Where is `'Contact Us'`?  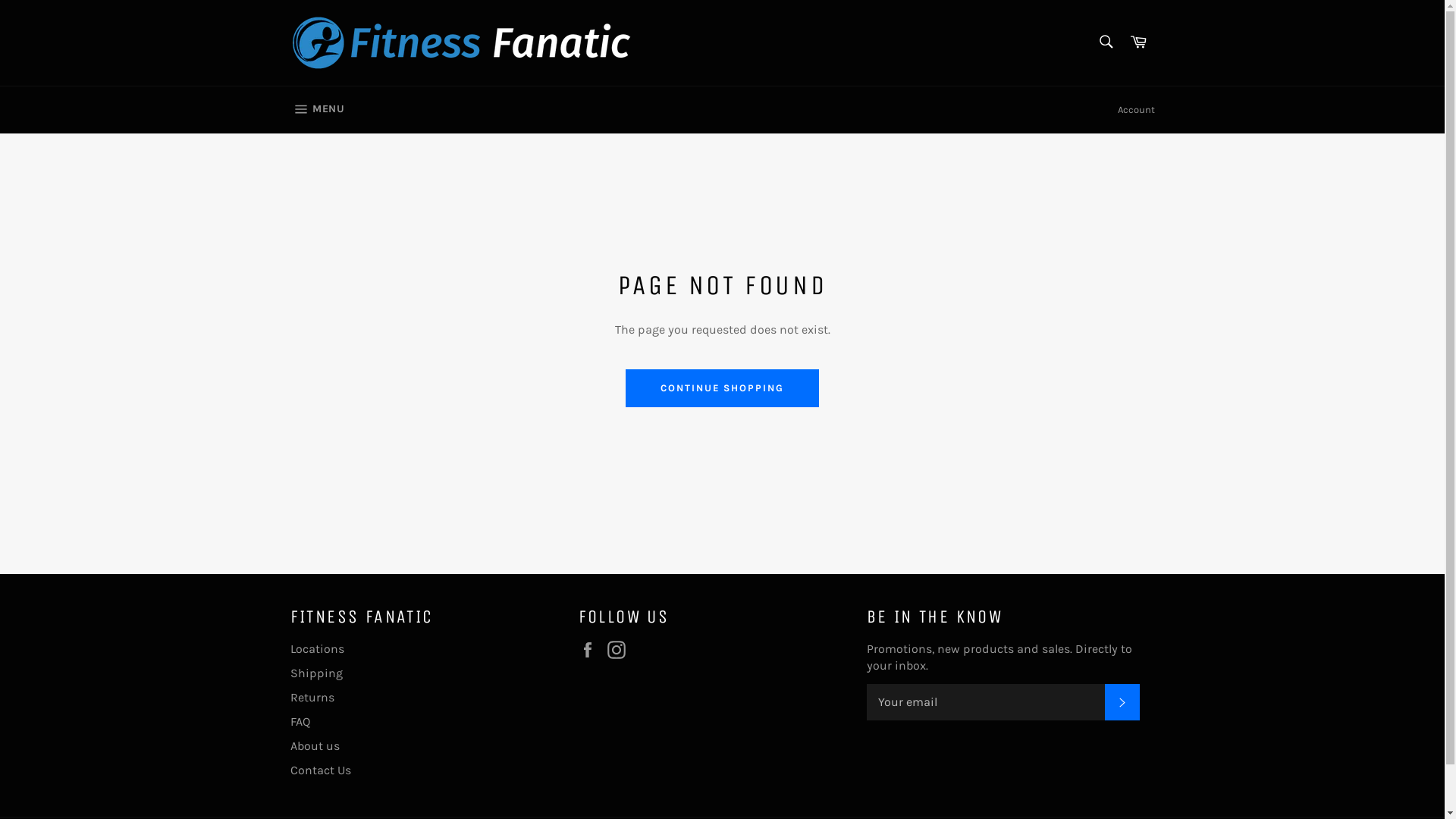
'Contact Us' is located at coordinates (319, 770).